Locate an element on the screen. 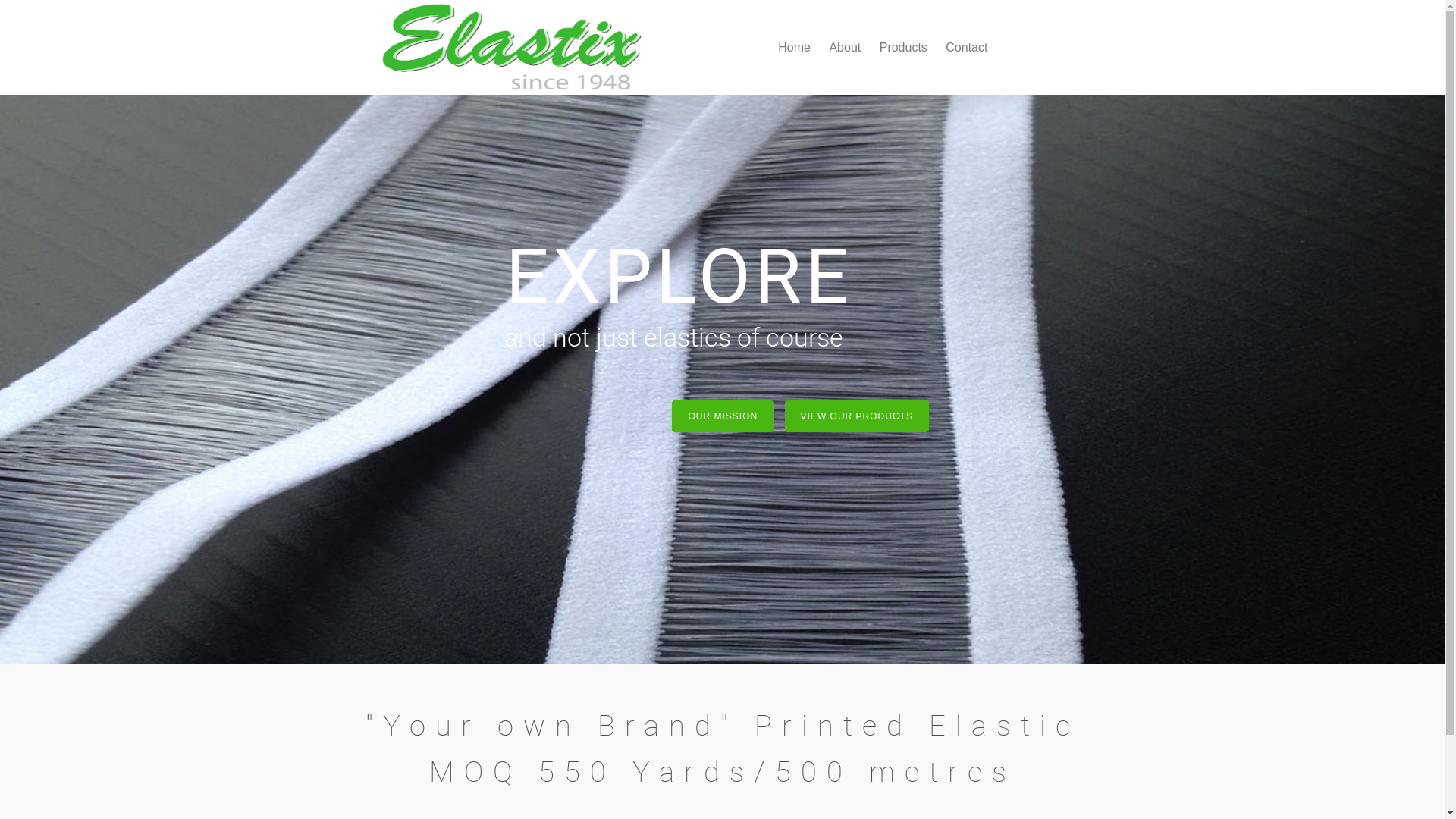 Image resolution: width=1456 pixels, height=819 pixels. 'Contact' is located at coordinates (937, 45).